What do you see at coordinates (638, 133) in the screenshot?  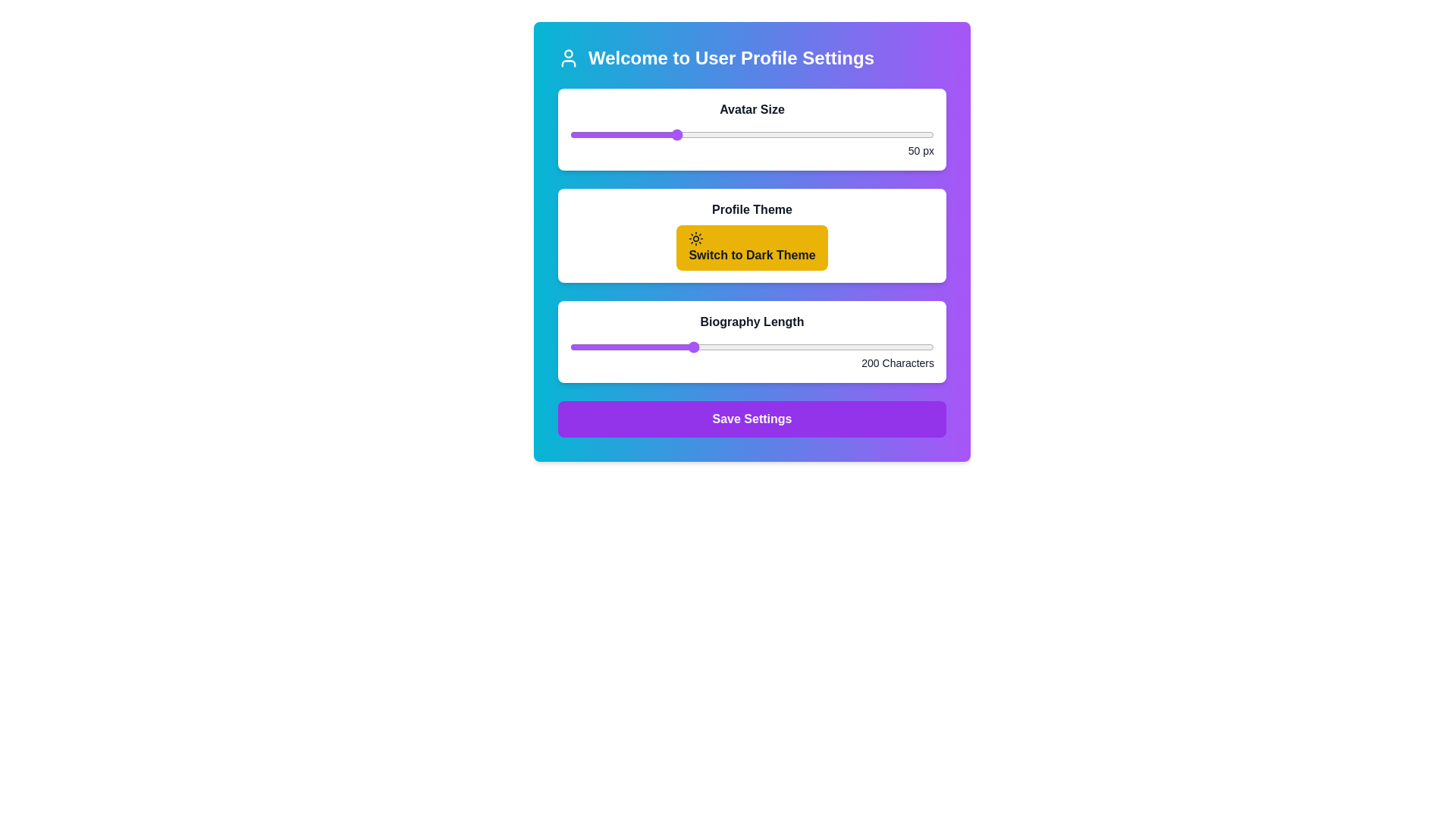 I see `the slider` at bounding box center [638, 133].